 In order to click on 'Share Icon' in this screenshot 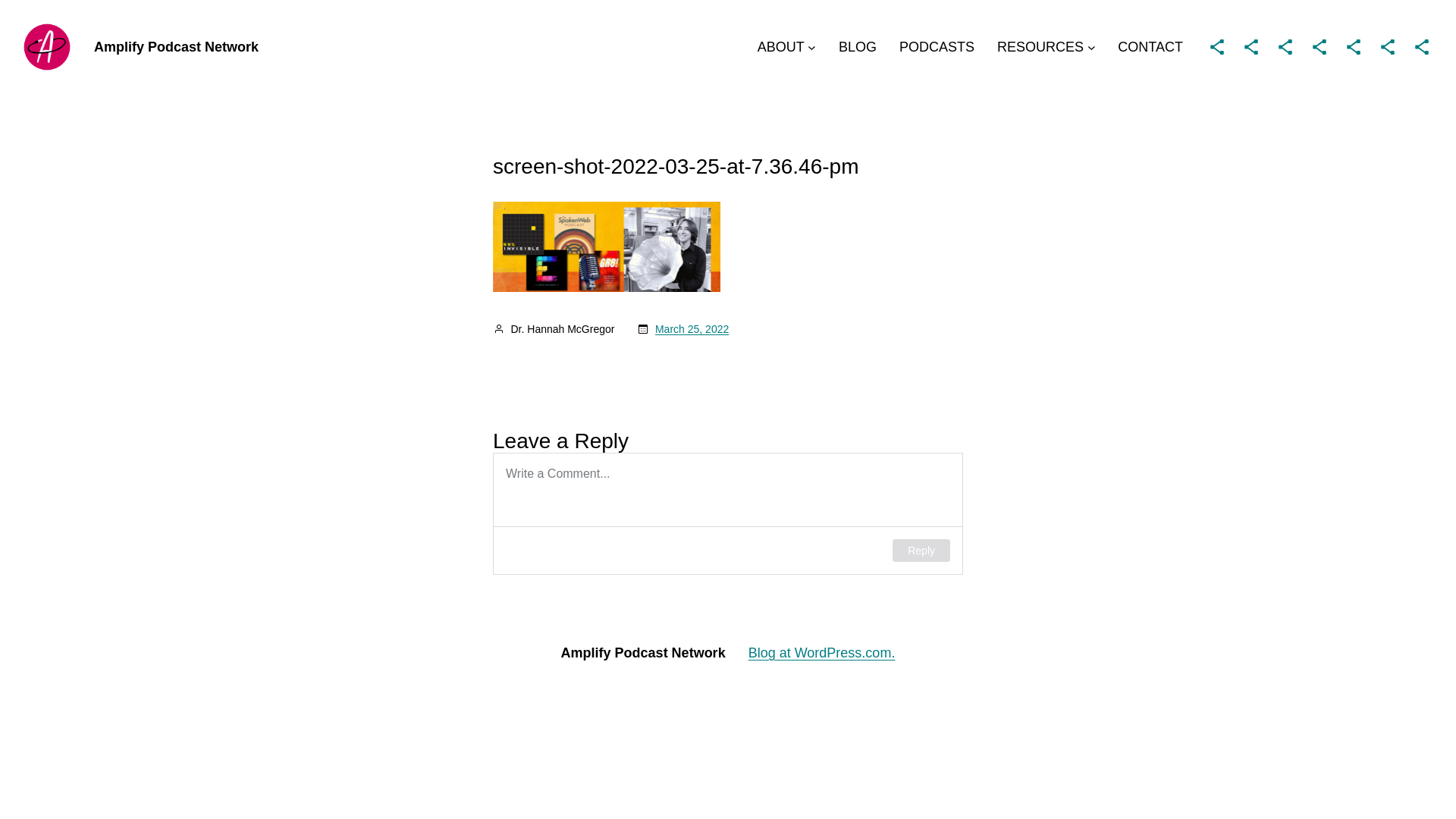, I will do `click(1354, 45)`.